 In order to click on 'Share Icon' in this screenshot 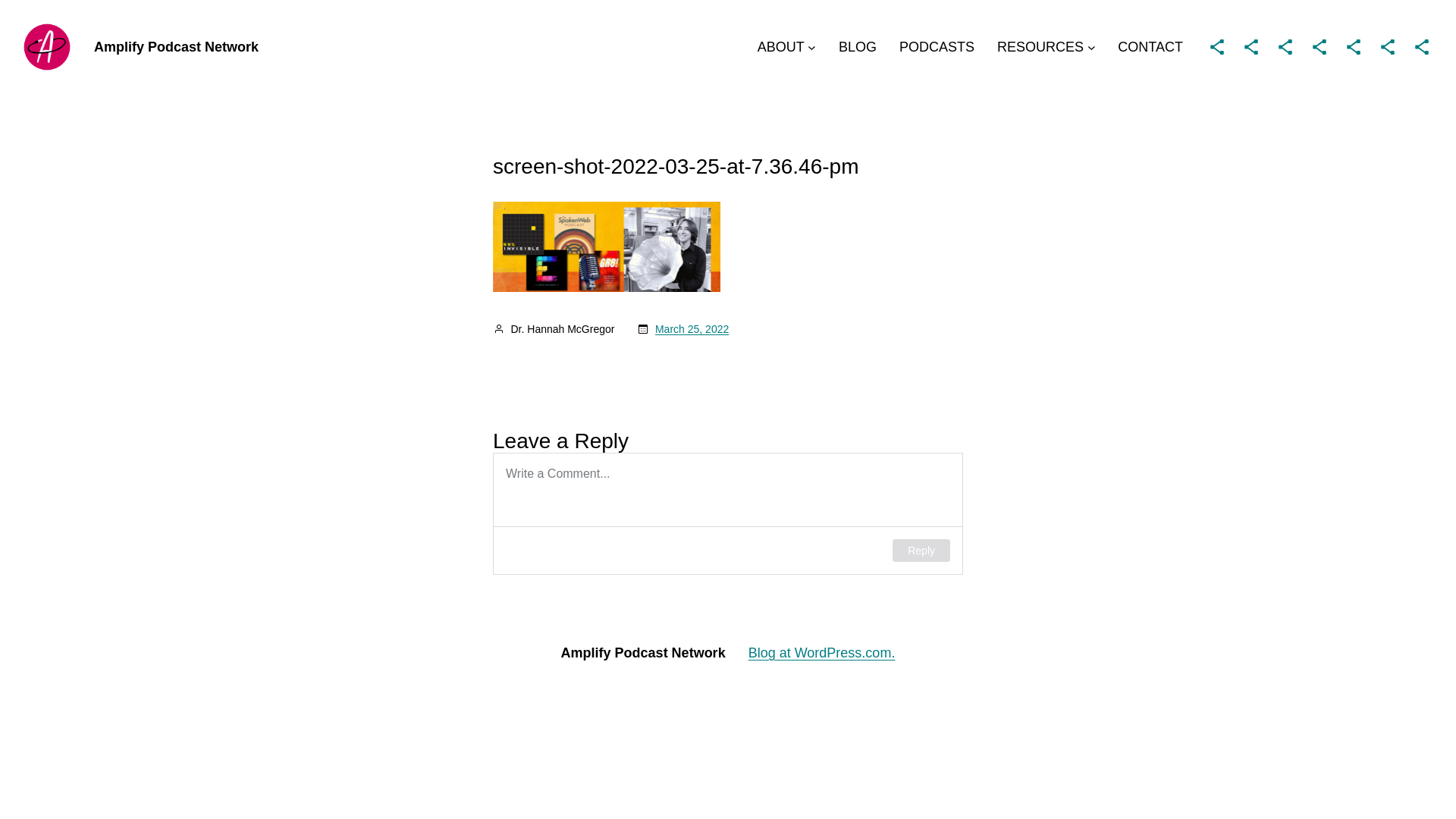, I will do `click(1354, 45)`.